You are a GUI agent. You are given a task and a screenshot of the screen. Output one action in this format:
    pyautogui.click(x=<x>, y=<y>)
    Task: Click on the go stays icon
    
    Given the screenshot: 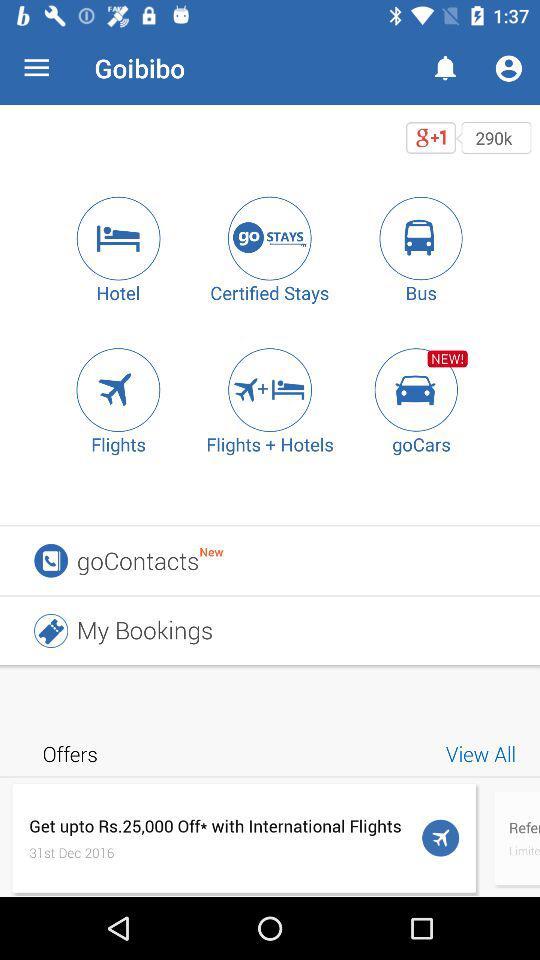 What is the action you would take?
    pyautogui.click(x=270, y=238)
    